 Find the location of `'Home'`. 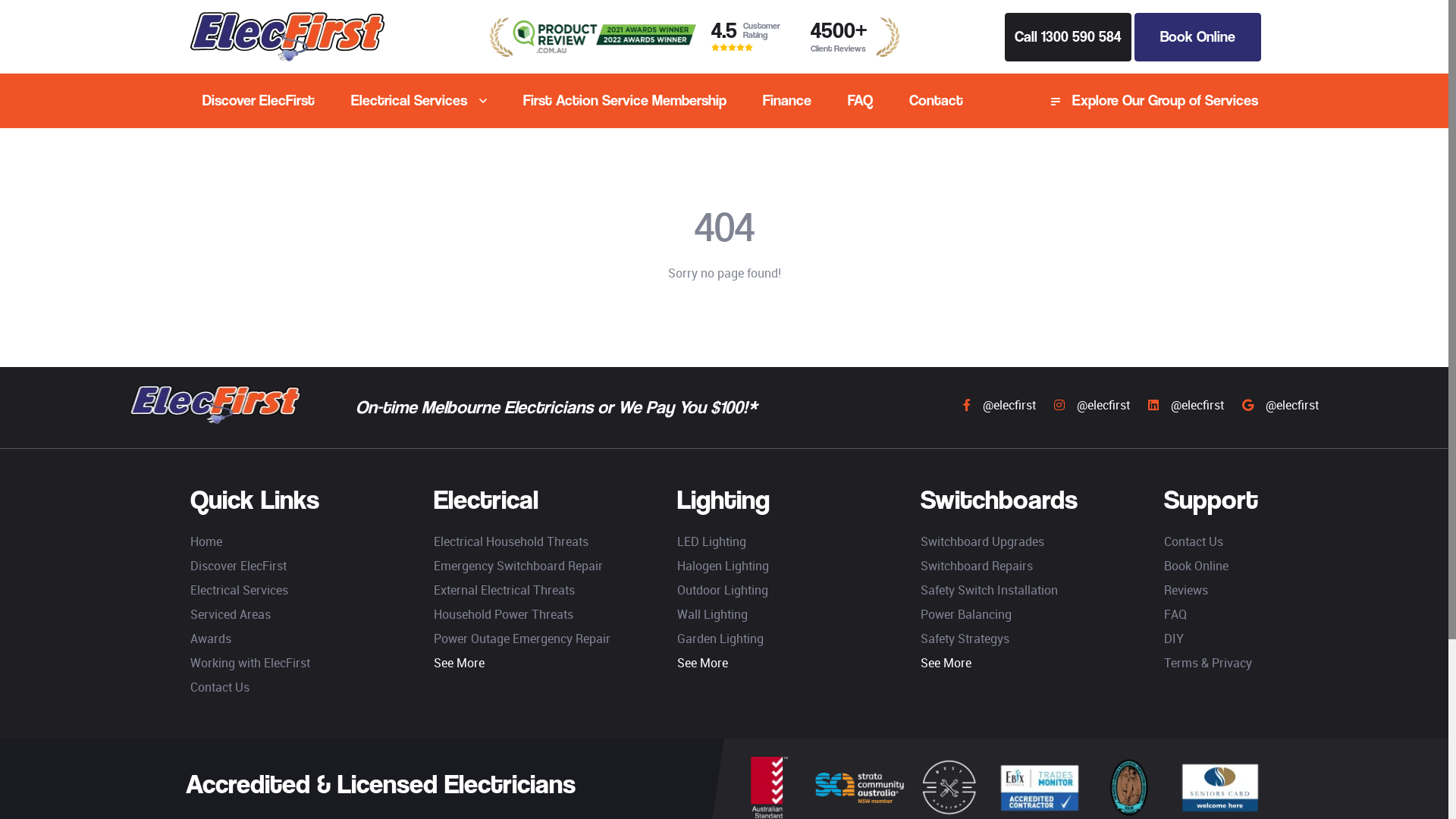

'Home' is located at coordinates (206, 540).